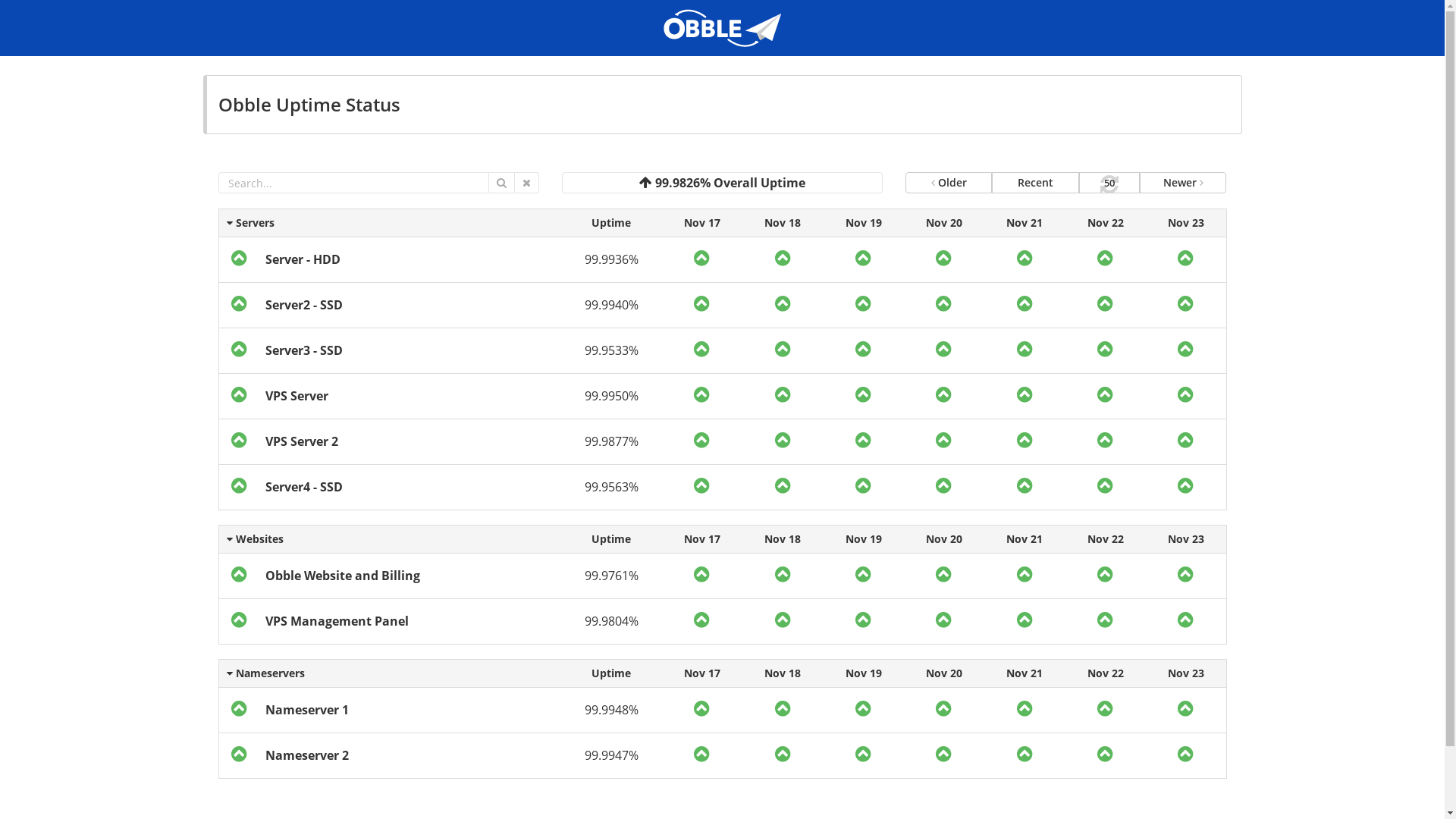  What do you see at coordinates (611, 350) in the screenshot?
I see `'99.9533%'` at bounding box center [611, 350].